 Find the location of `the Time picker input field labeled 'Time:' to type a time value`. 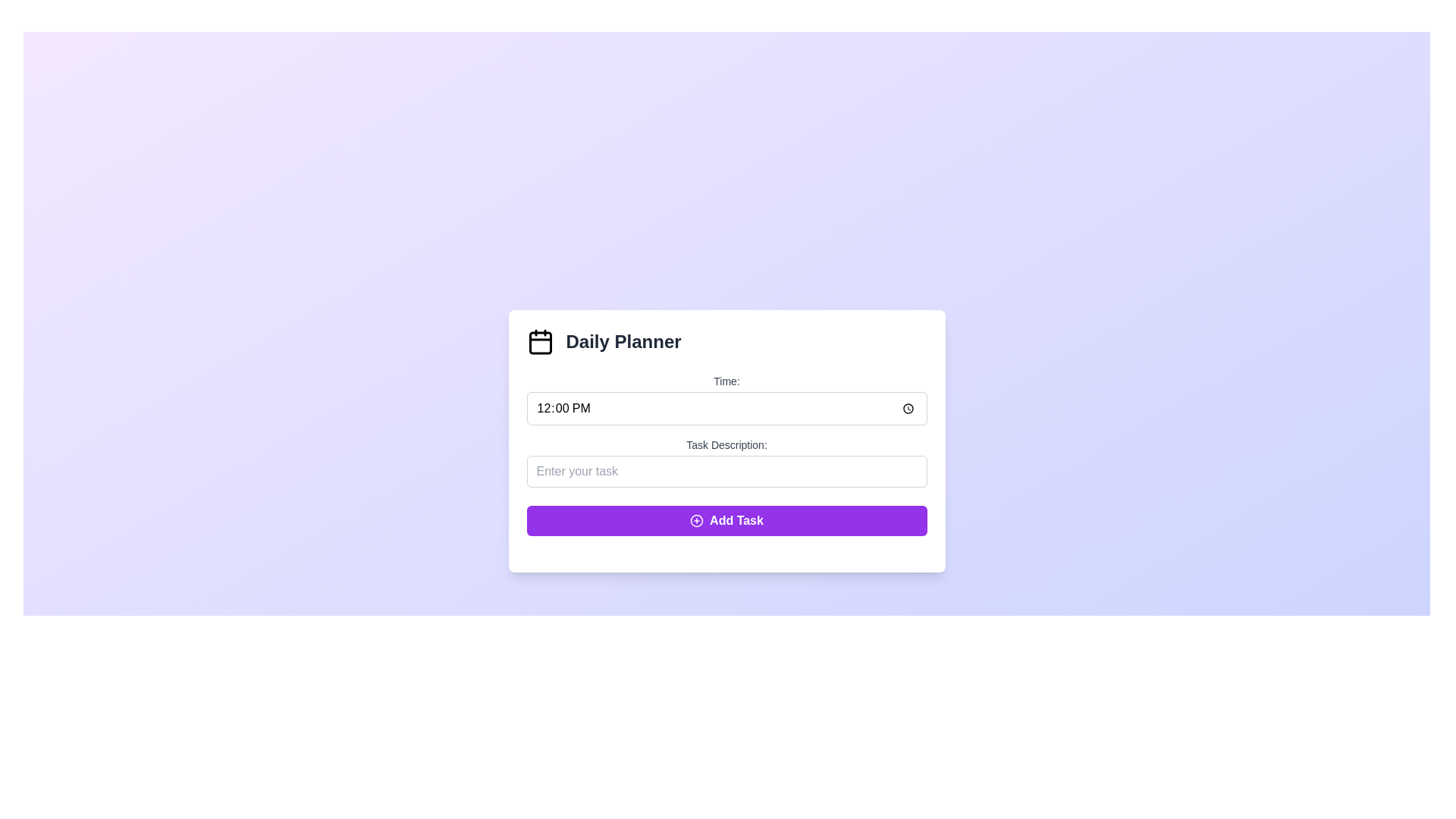

the Time picker input field labeled 'Time:' to type a time value is located at coordinates (726, 408).